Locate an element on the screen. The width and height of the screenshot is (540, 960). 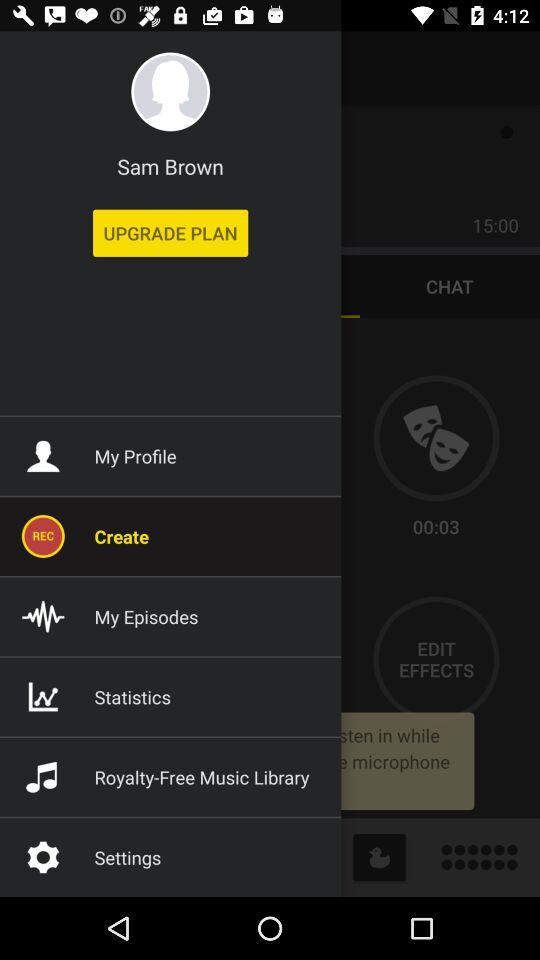
sam brown is located at coordinates (170, 165).